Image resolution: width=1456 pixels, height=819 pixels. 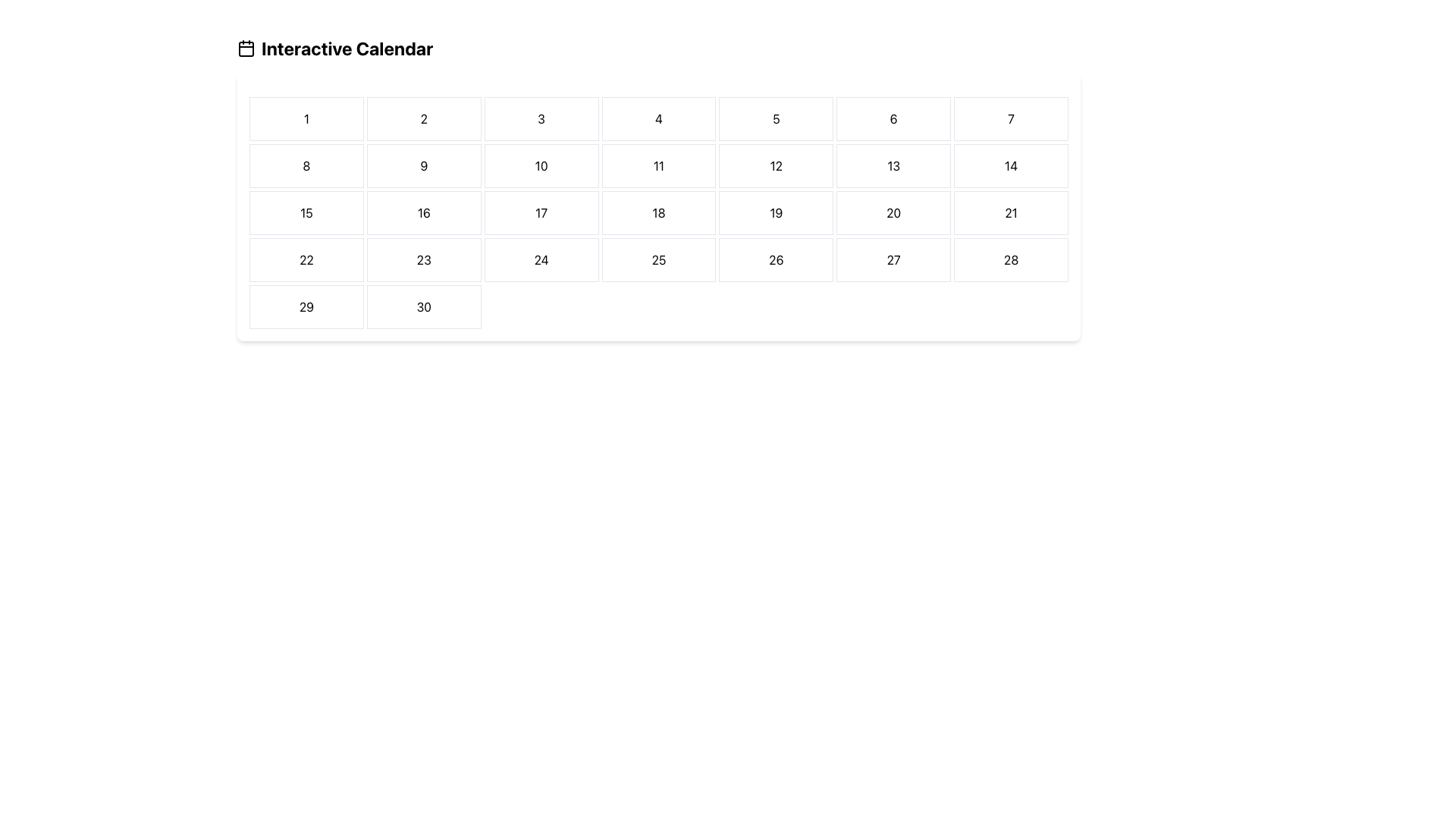 What do you see at coordinates (1011, 118) in the screenshot?
I see `the button labeled '7' in the grid of numbers` at bounding box center [1011, 118].